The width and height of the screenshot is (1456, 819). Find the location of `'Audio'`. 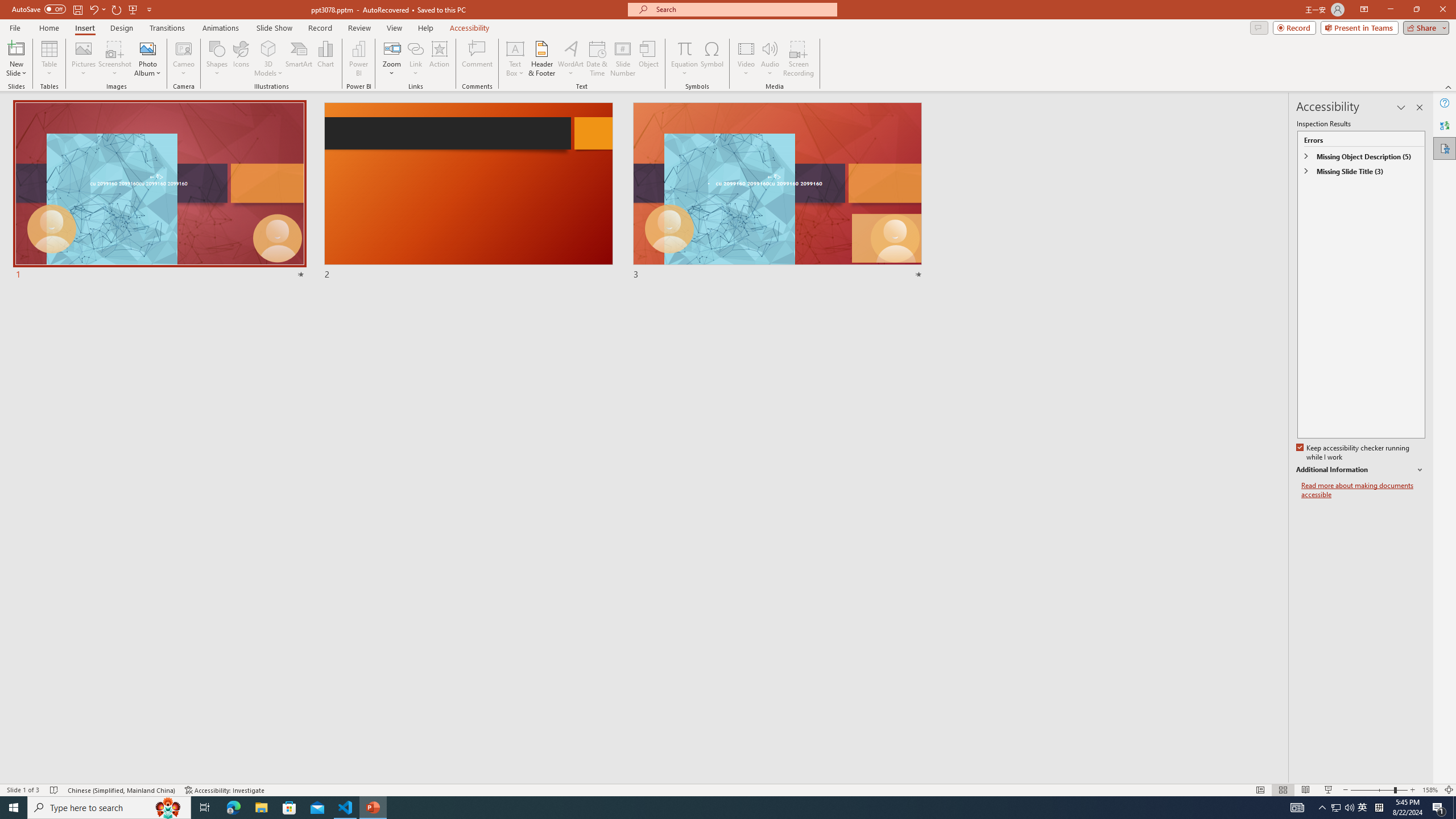

'Audio' is located at coordinates (770, 59).